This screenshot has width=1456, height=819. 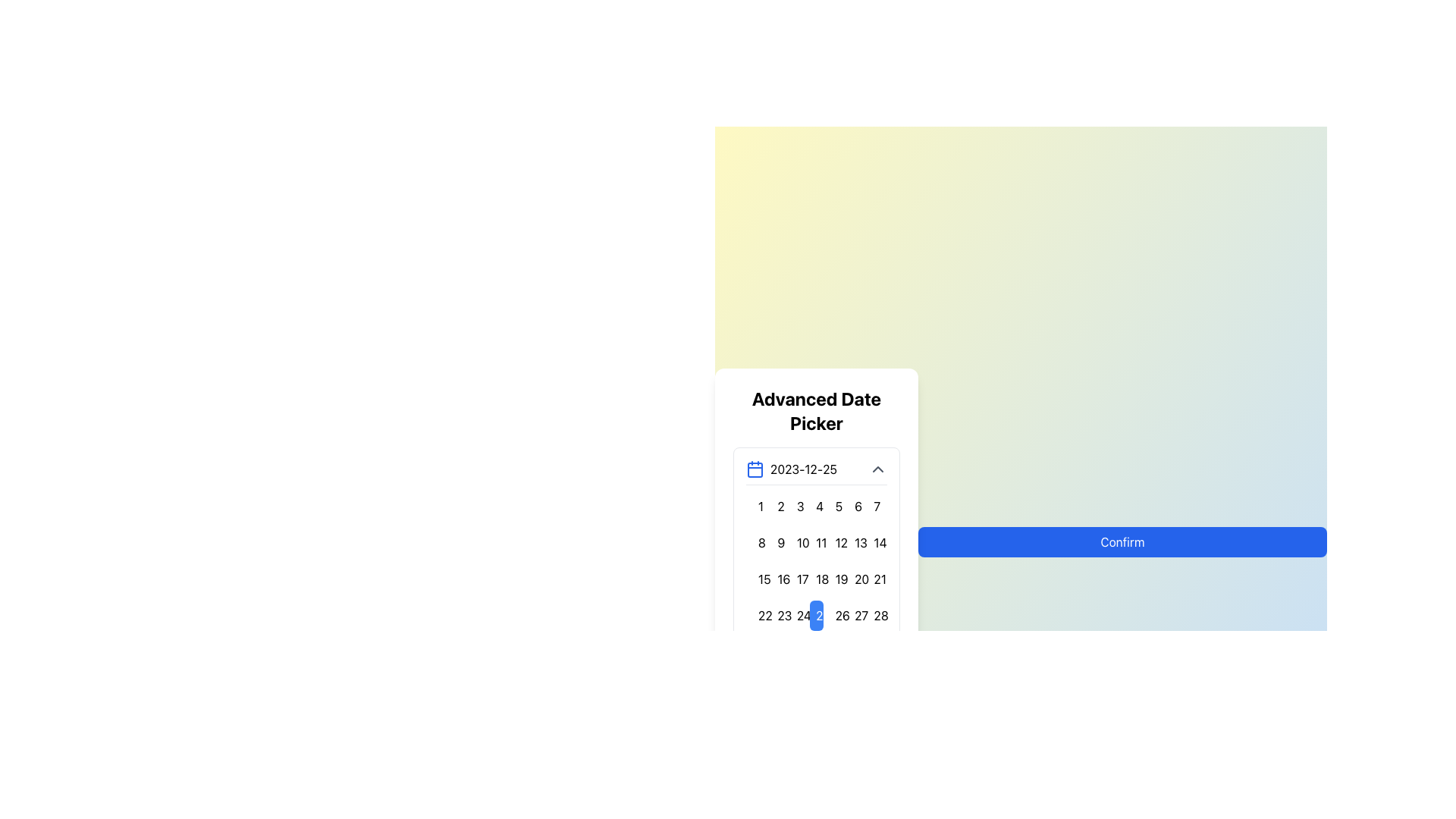 What do you see at coordinates (835, 615) in the screenshot?
I see `the calendar date button displaying '26', located in the fifth row and fourth column of the grid` at bounding box center [835, 615].